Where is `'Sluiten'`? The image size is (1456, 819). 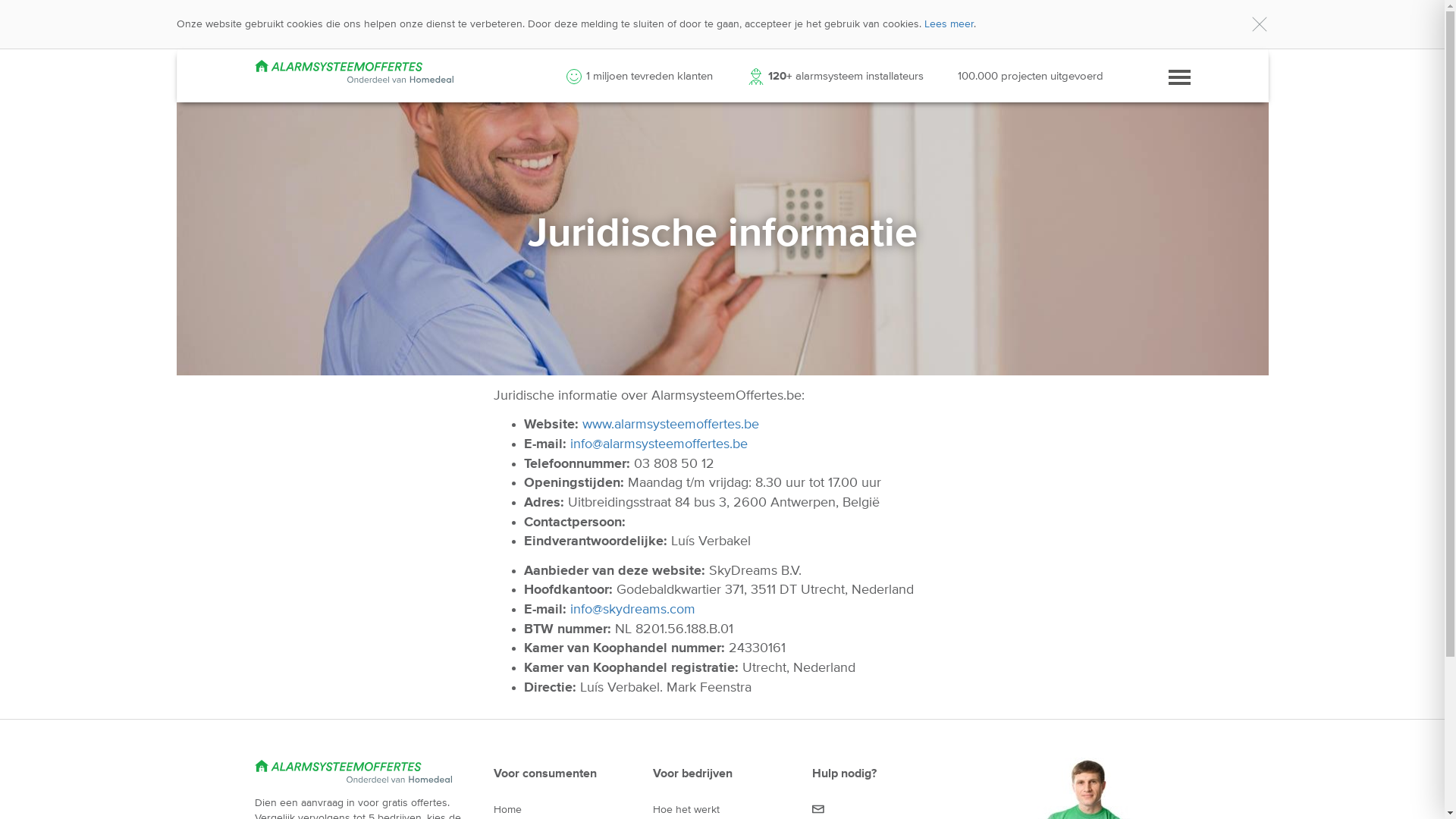 'Sluiten' is located at coordinates (1259, 24).